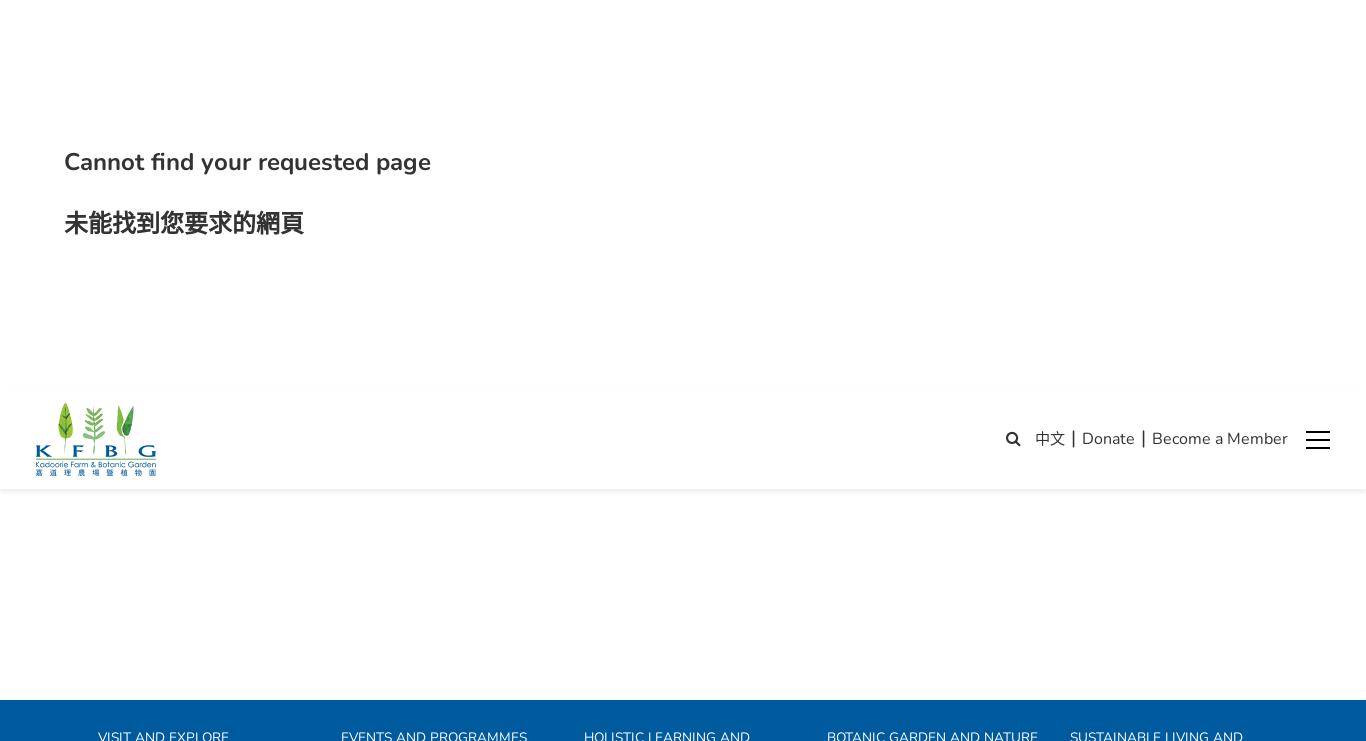  Describe the element at coordinates (1131, 446) in the screenshot. I see `'Why farming matters?'` at that location.